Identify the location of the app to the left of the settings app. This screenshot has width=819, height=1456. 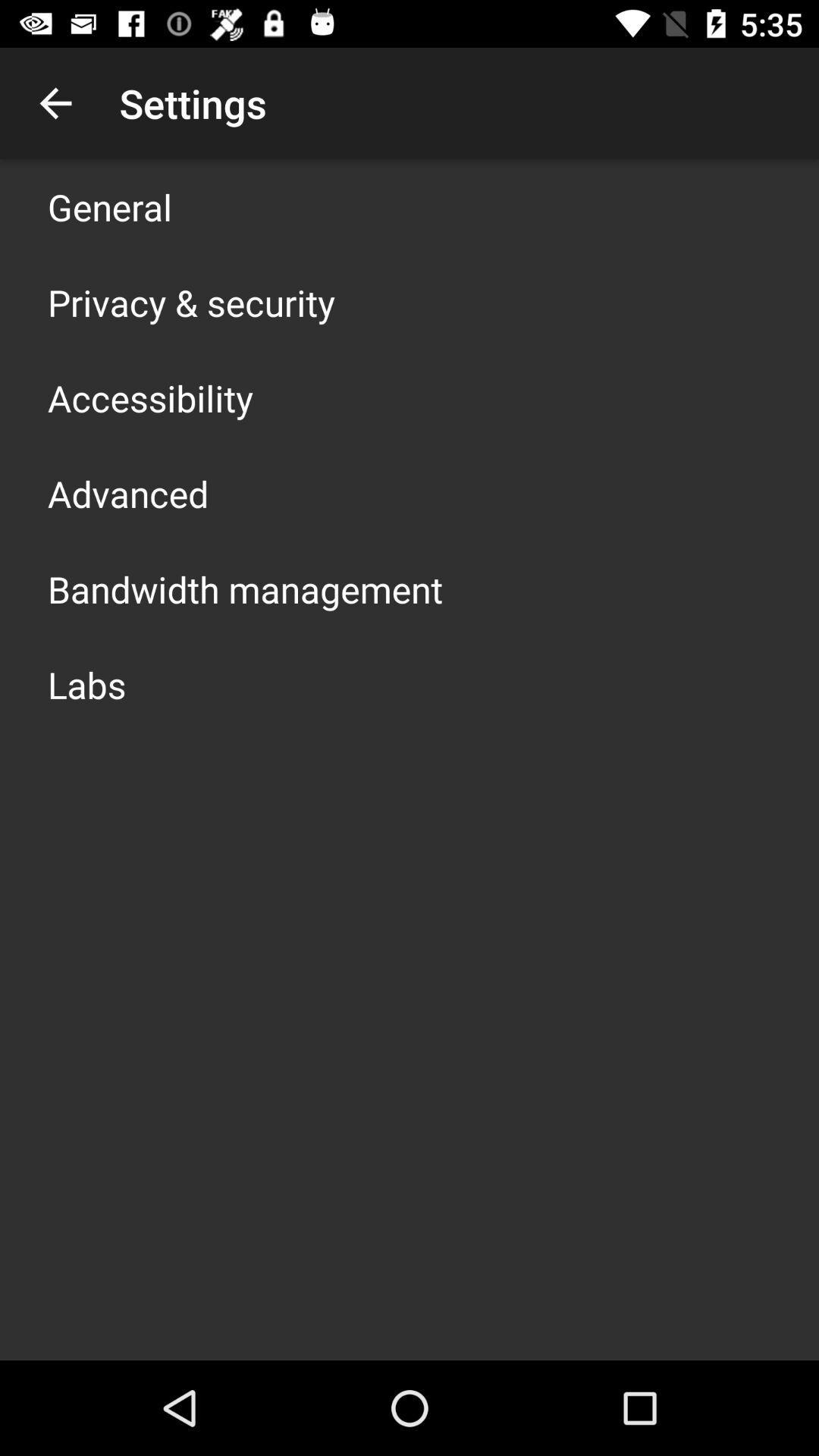
(55, 102).